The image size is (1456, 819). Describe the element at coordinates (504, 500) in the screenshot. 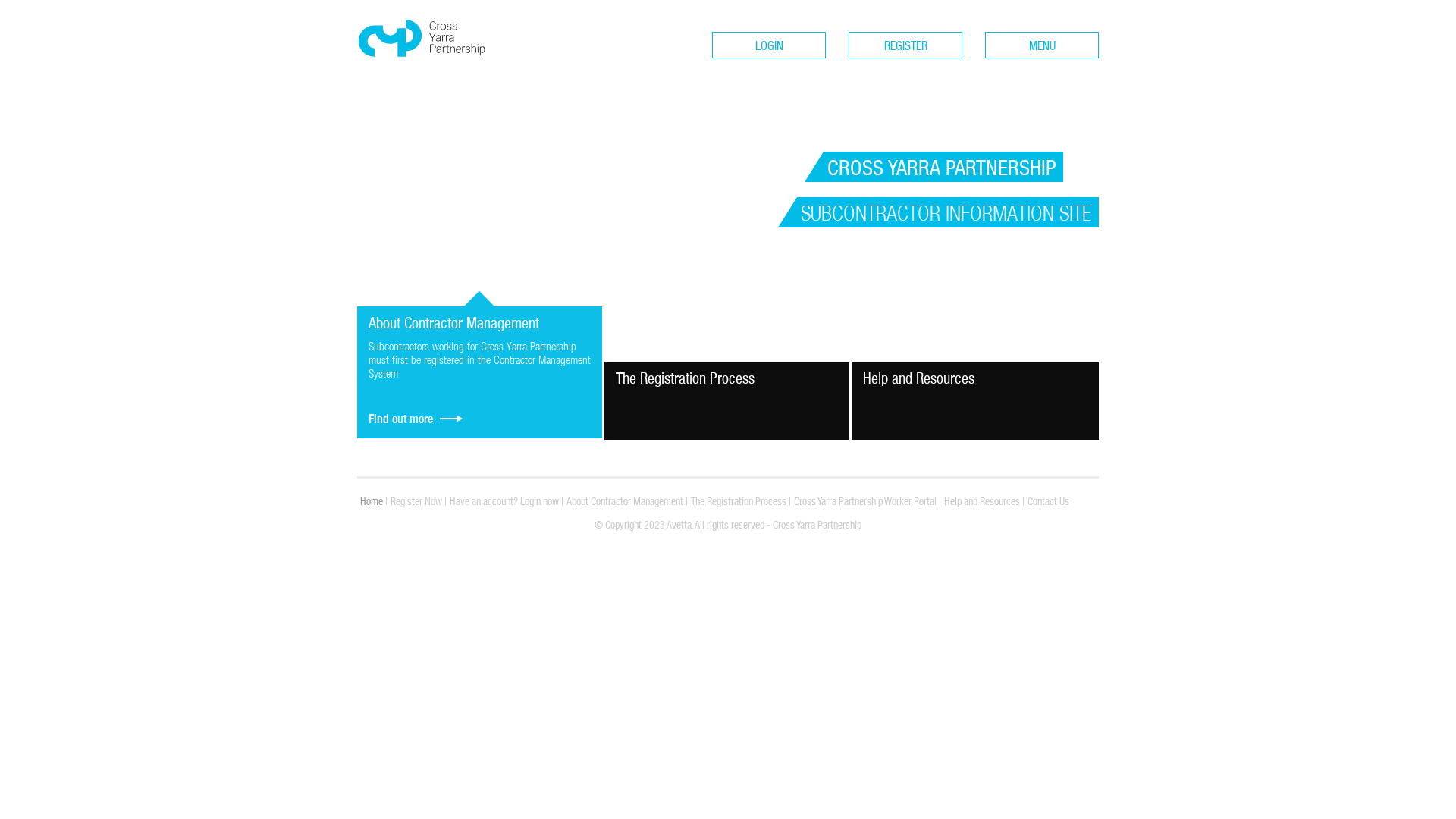

I see `'Have an account? Login now'` at that location.